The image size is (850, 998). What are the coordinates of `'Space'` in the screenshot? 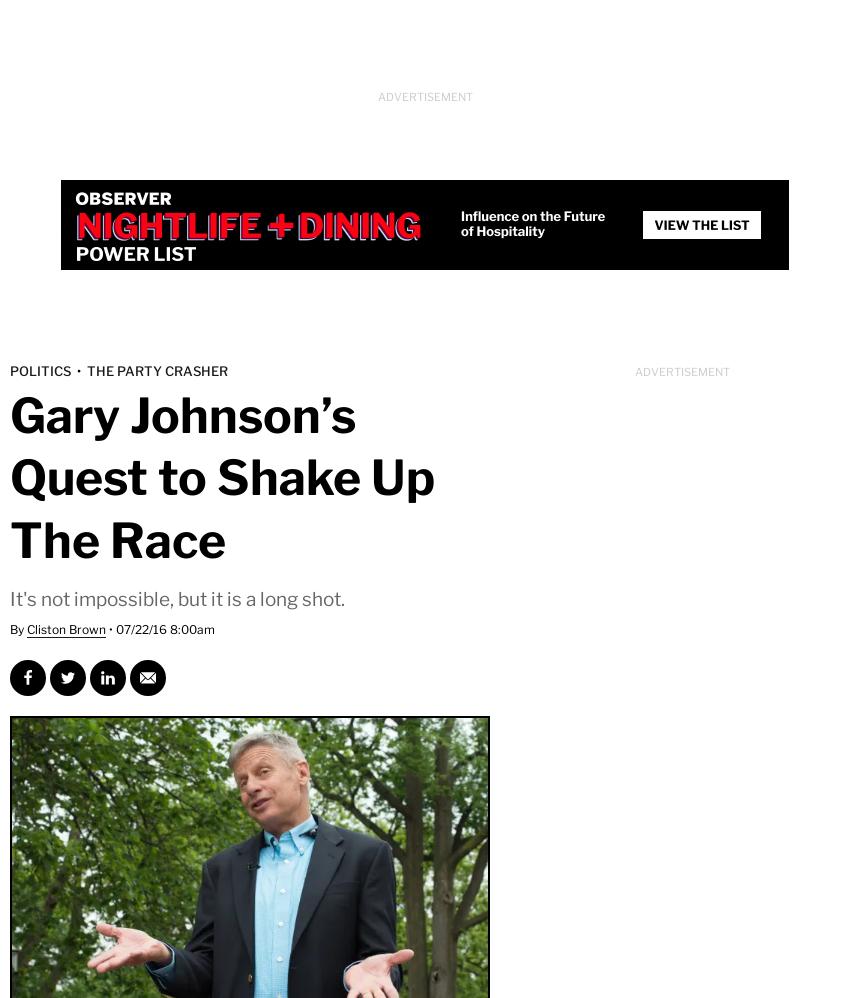 It's located at (405, 232).